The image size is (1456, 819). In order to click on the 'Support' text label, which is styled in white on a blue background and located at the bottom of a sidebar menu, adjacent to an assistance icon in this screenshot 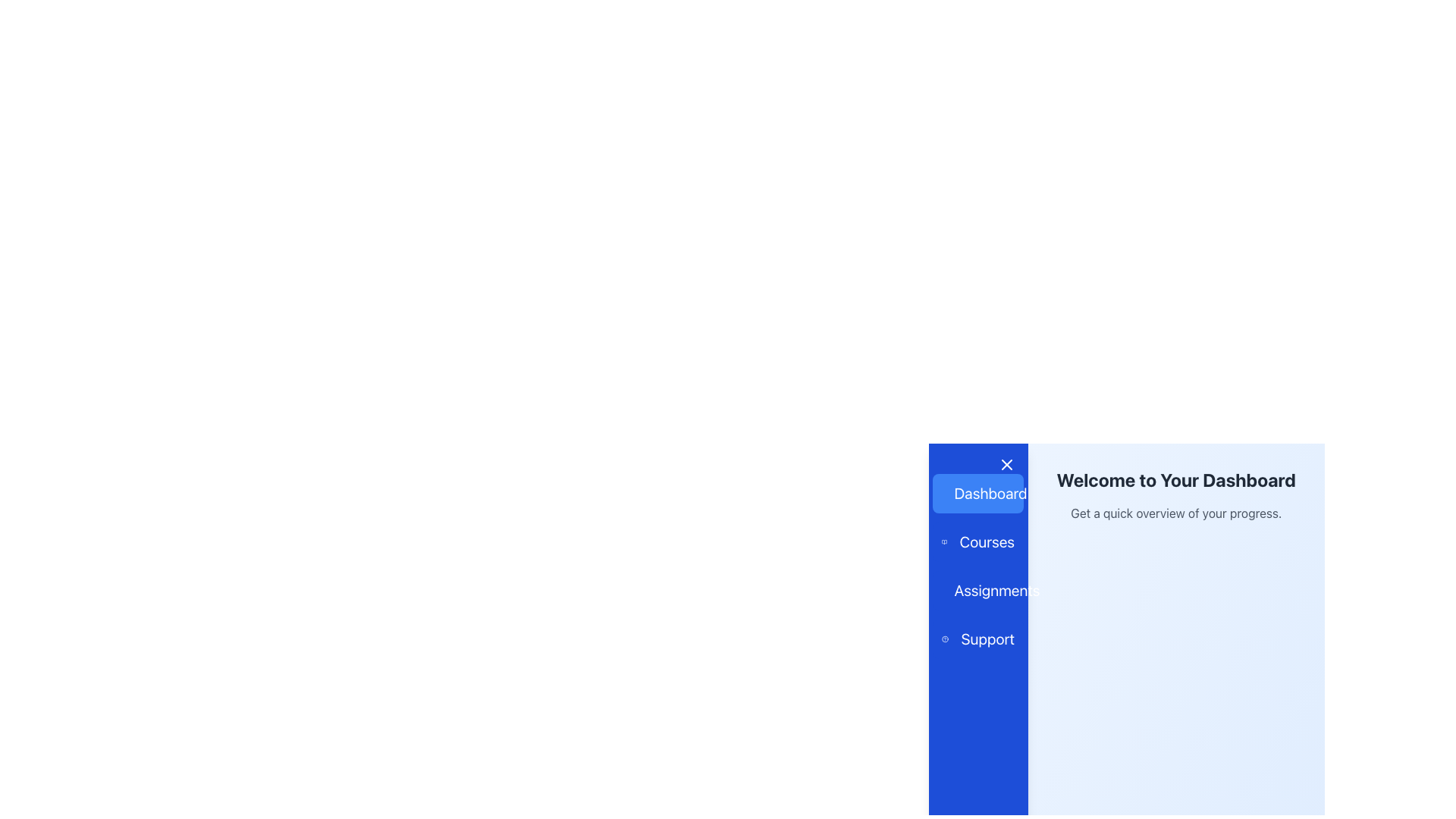, I will do `click(987, 639)`.